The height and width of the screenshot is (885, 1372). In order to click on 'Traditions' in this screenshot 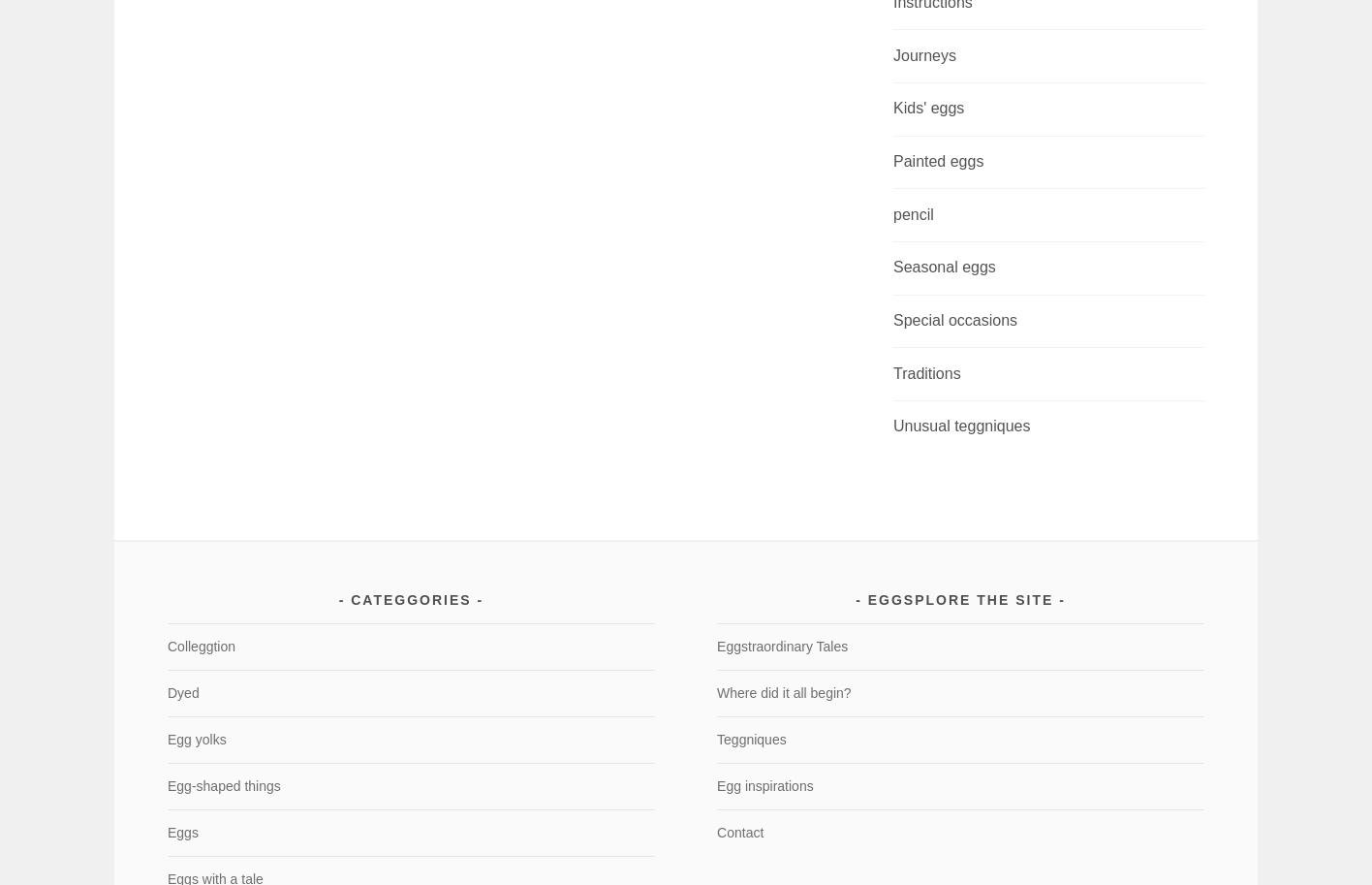, I will do `click(926, 371)`.